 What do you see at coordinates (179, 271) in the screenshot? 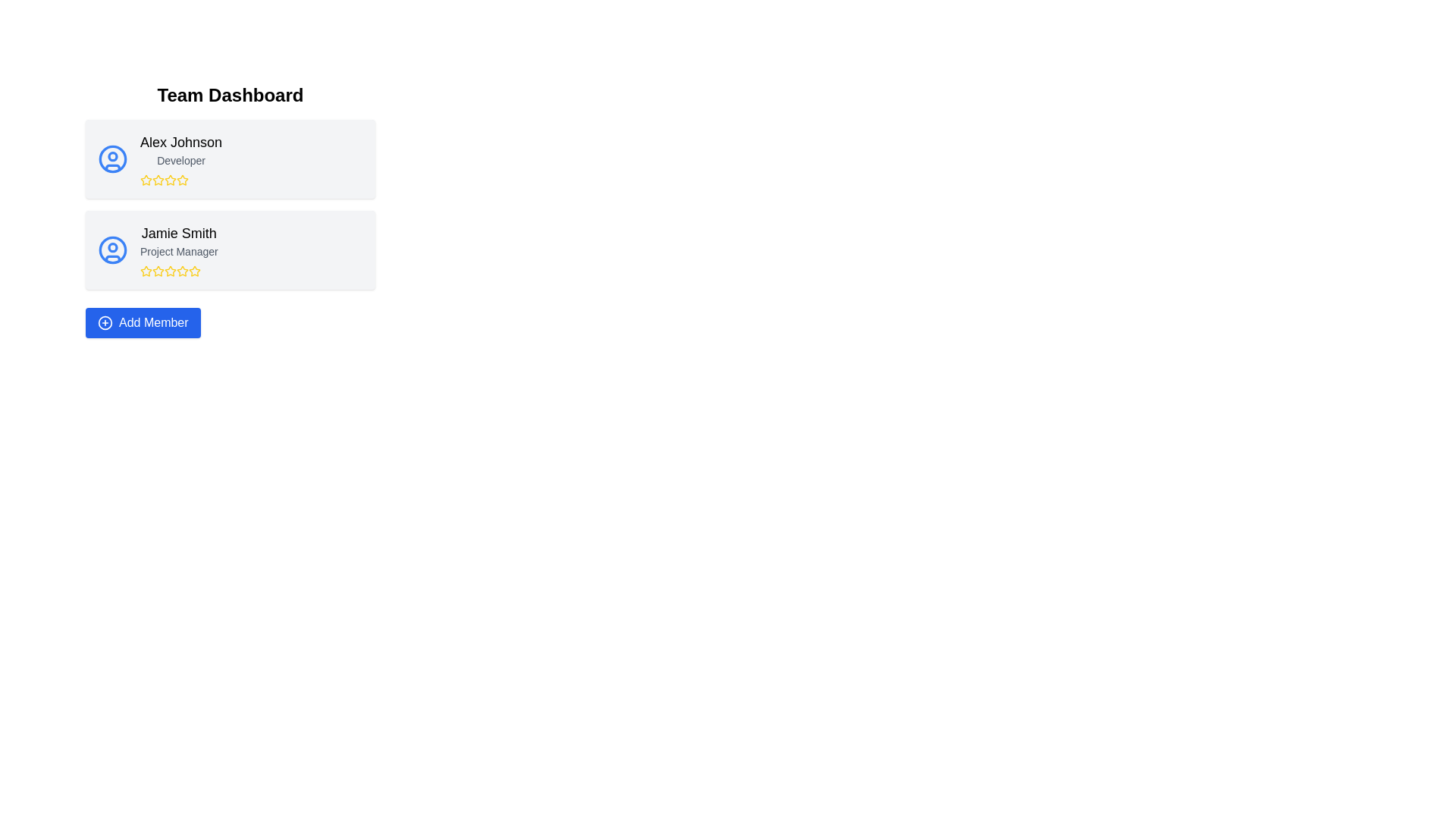
I see `the star rating component located under the 'Jamie Smith - Project Manager' section` at bounding box center [179, 271].